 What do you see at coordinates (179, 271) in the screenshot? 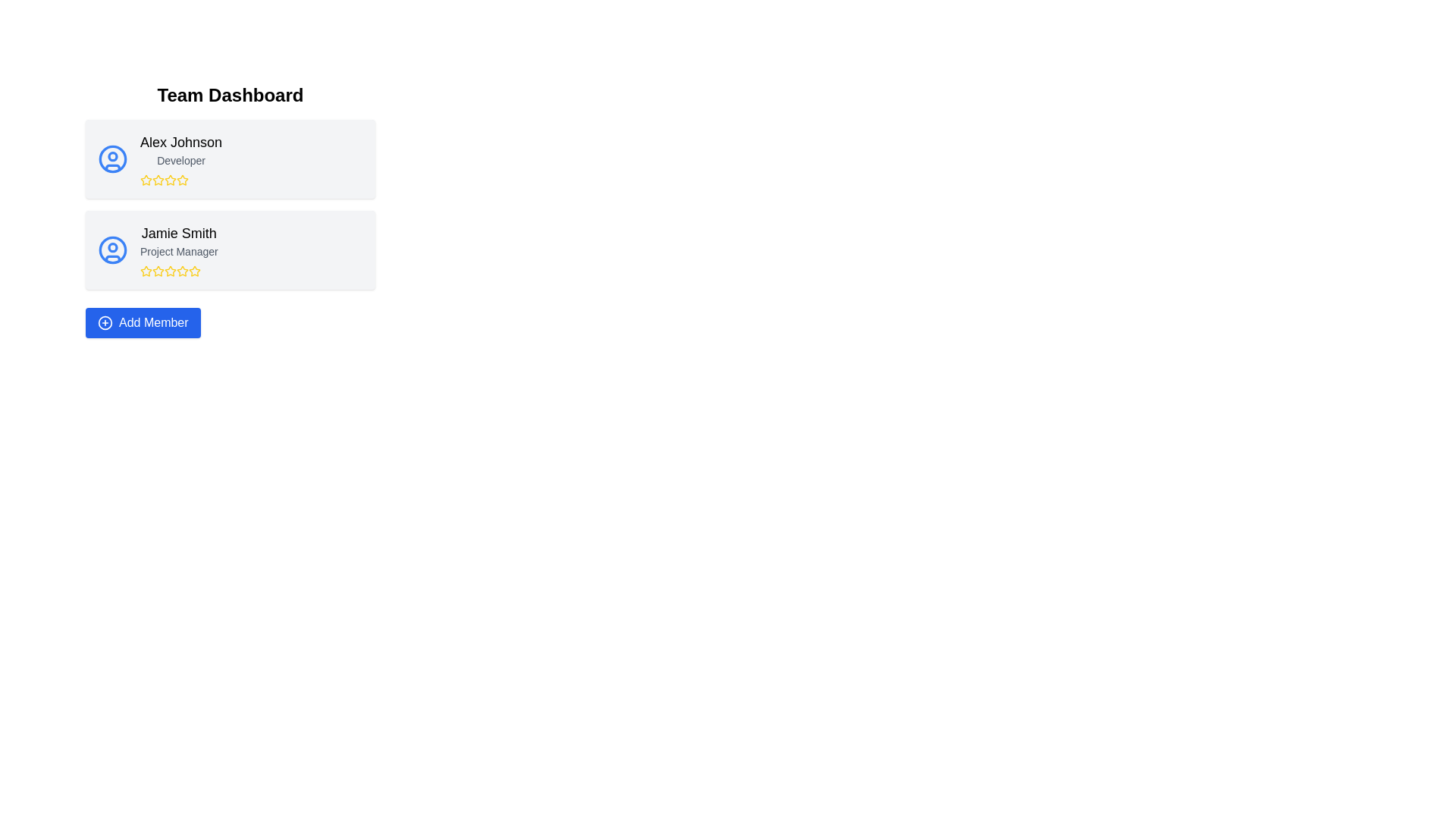
I see `the star rating component located under the 'Jamie Smith - Project Manager' section` at bounding box center [179, 271].